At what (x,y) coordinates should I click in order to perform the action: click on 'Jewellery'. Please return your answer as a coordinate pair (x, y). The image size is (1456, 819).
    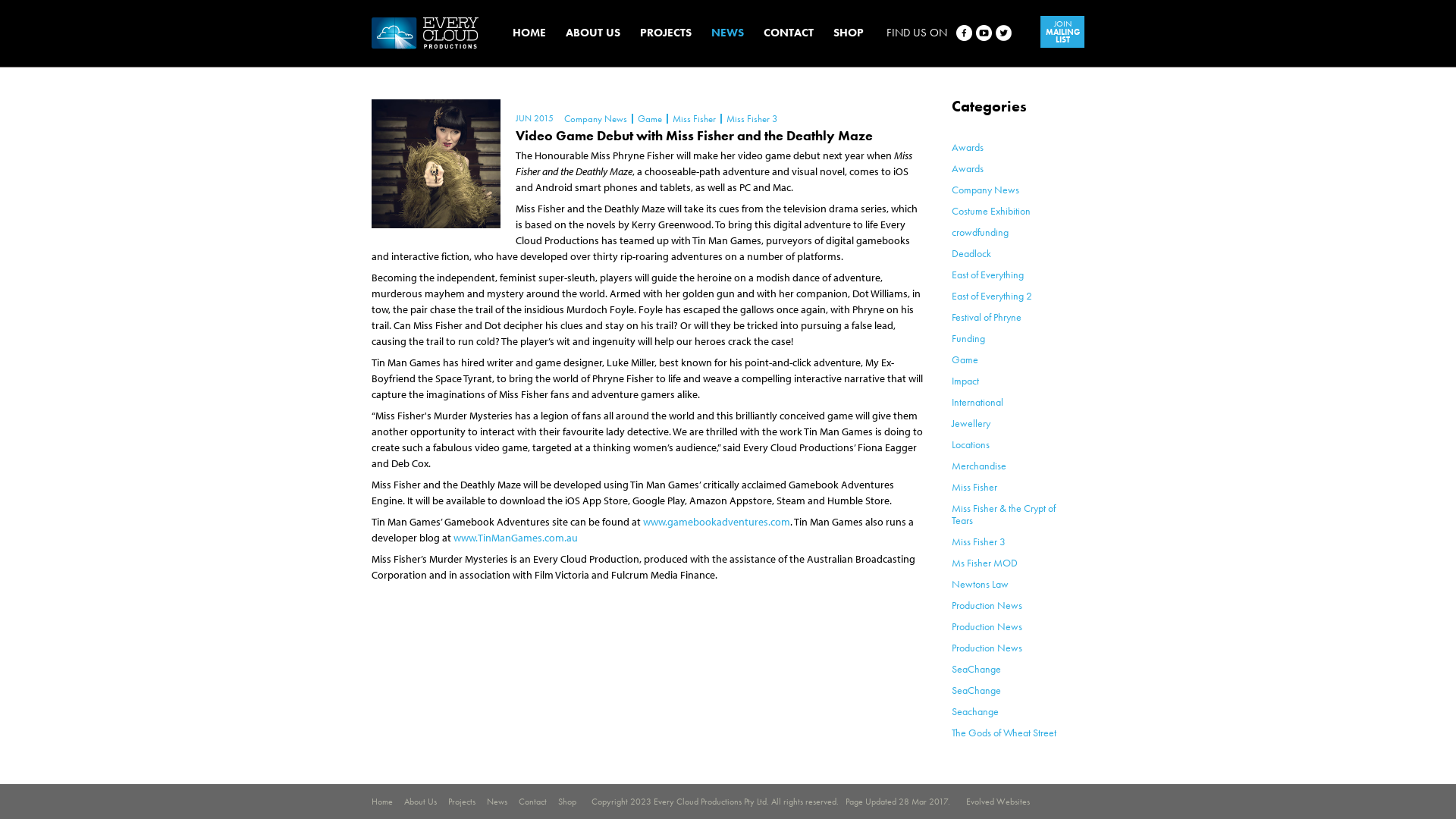
    Looking at the image, I should click on (971, 423).